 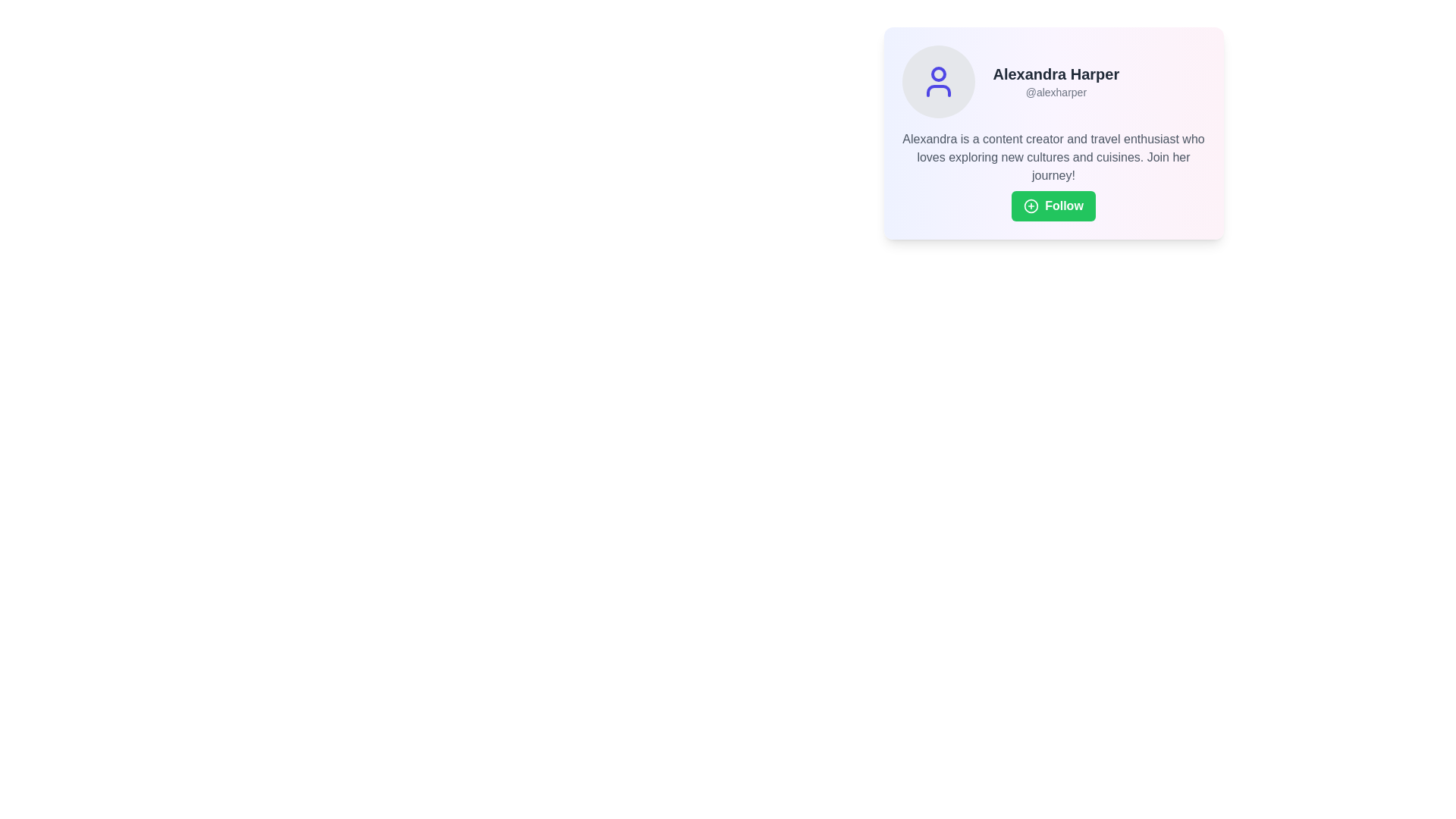 I want to click on the textual content block that states, "Alexandra is a content creator and travel enthusiast who loves exploring new cultures and cuisines. Join her journey!" styled in gray font, which is located above the 'Follow' button and below the header with 'Alexandra Harper' and '@alexharper', so click(x=1053, y=158).